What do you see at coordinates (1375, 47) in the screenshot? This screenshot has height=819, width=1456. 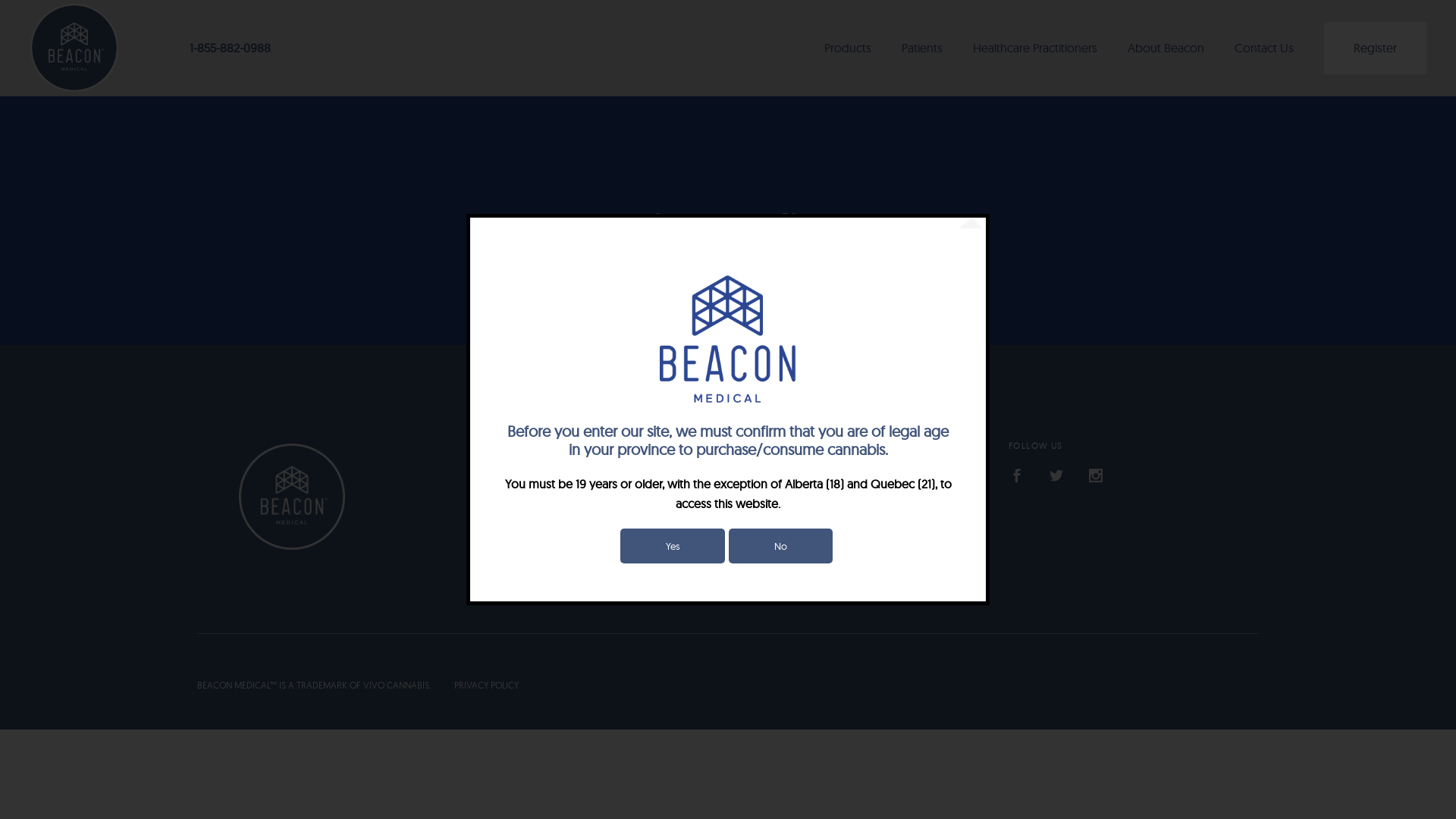 I see `'Register'` at bounding box center [1375, 47].